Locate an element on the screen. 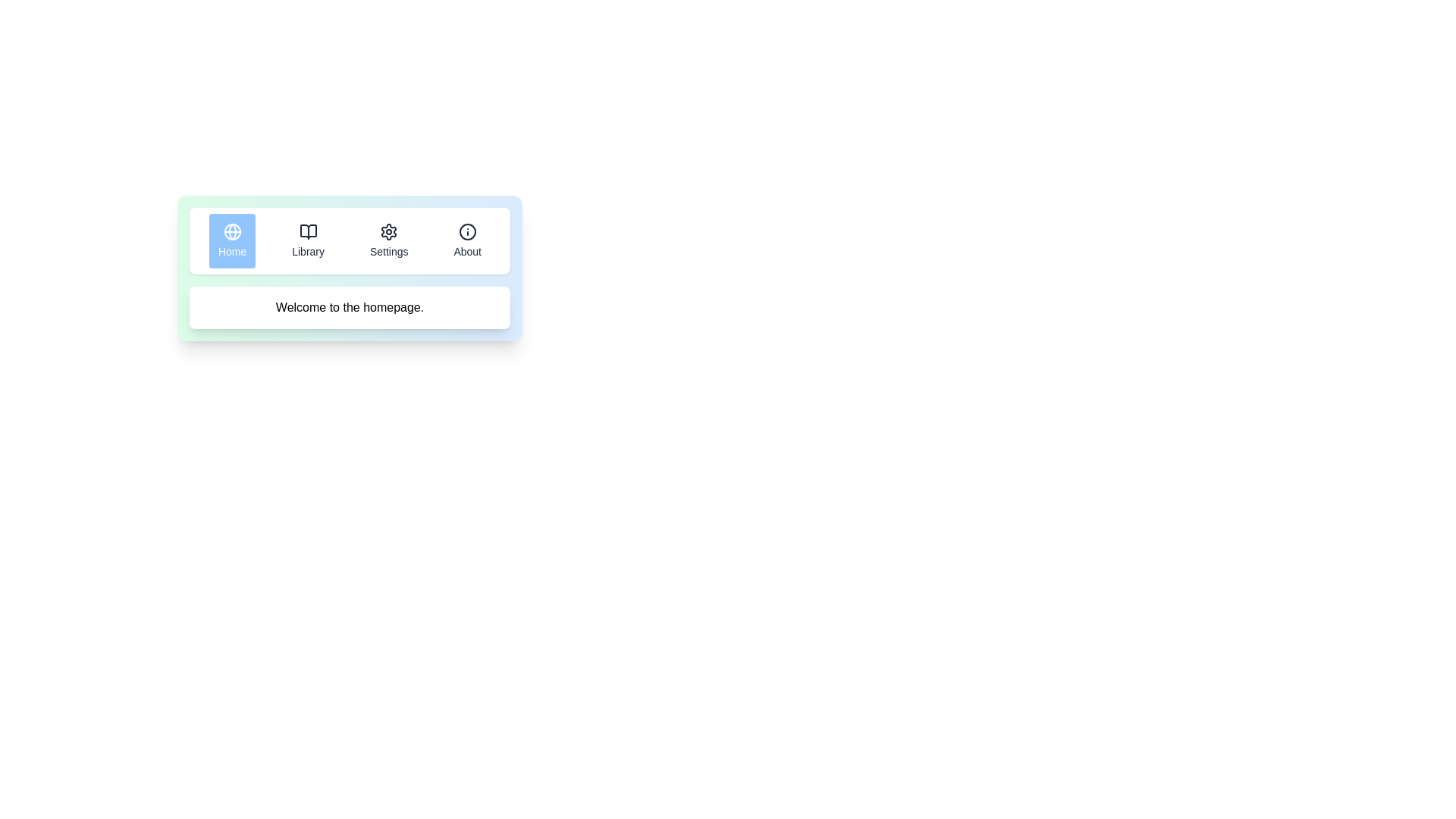 The image size is (1456, 819). the tab labeled Home is located at coordinates (231, 240).